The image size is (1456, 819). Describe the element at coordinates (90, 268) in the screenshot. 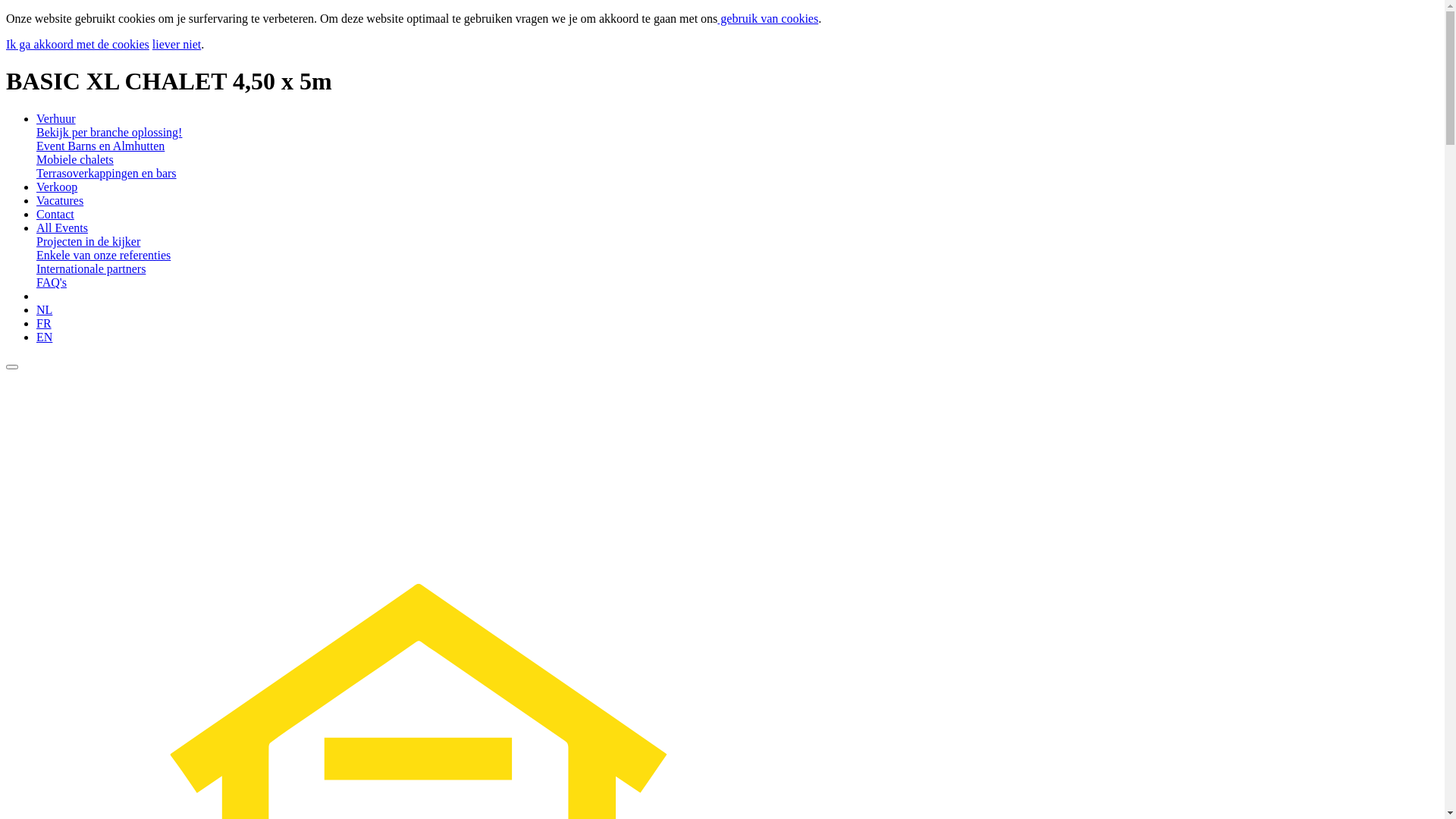

I see `'Internationale partners'` at that location.